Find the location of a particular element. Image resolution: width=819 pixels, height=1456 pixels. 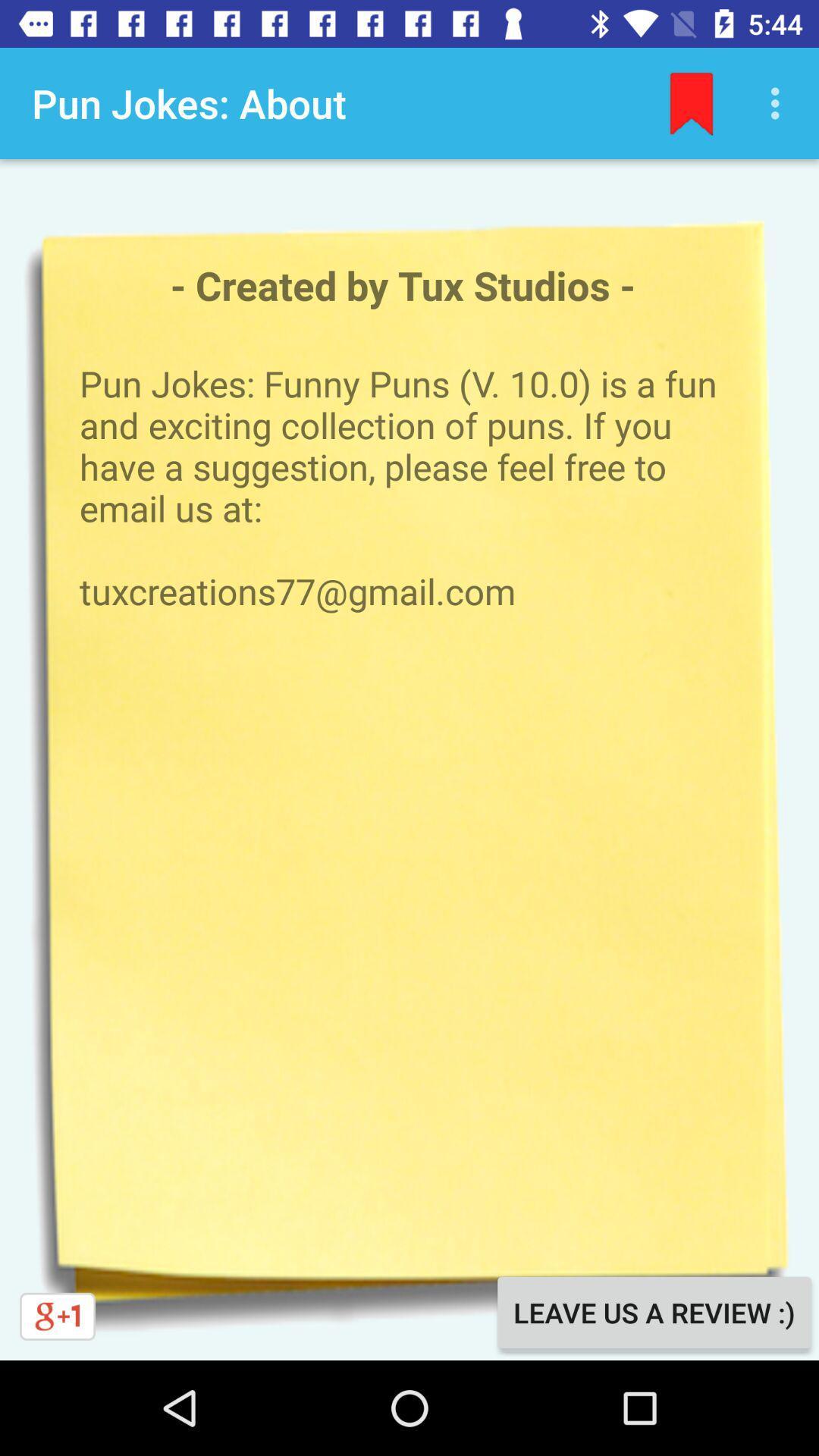

leave us a is located at coordinates (653, 1312).